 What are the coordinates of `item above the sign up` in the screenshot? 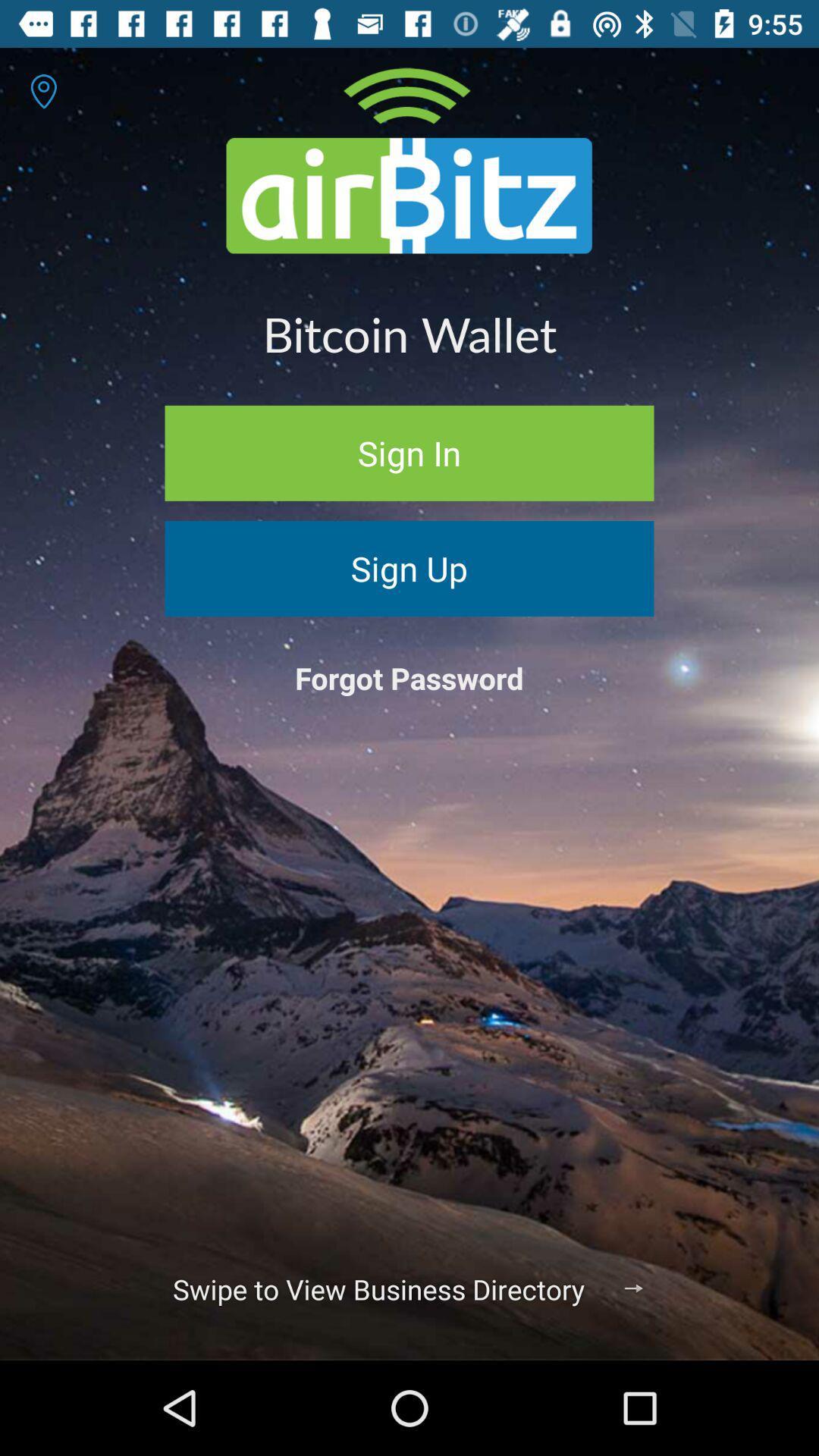 It's located at (409, 452).